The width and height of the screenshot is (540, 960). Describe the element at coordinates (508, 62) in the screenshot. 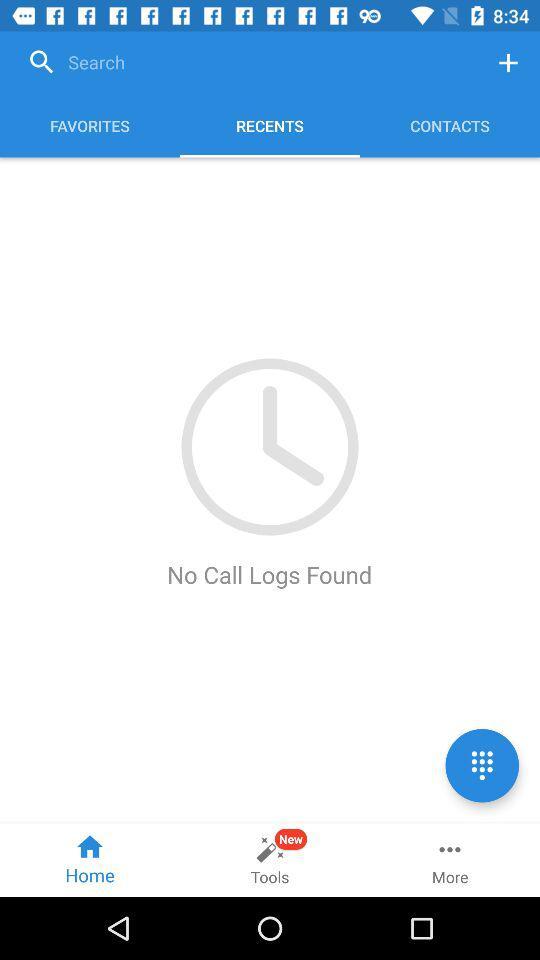

I see `open menu` at that location.